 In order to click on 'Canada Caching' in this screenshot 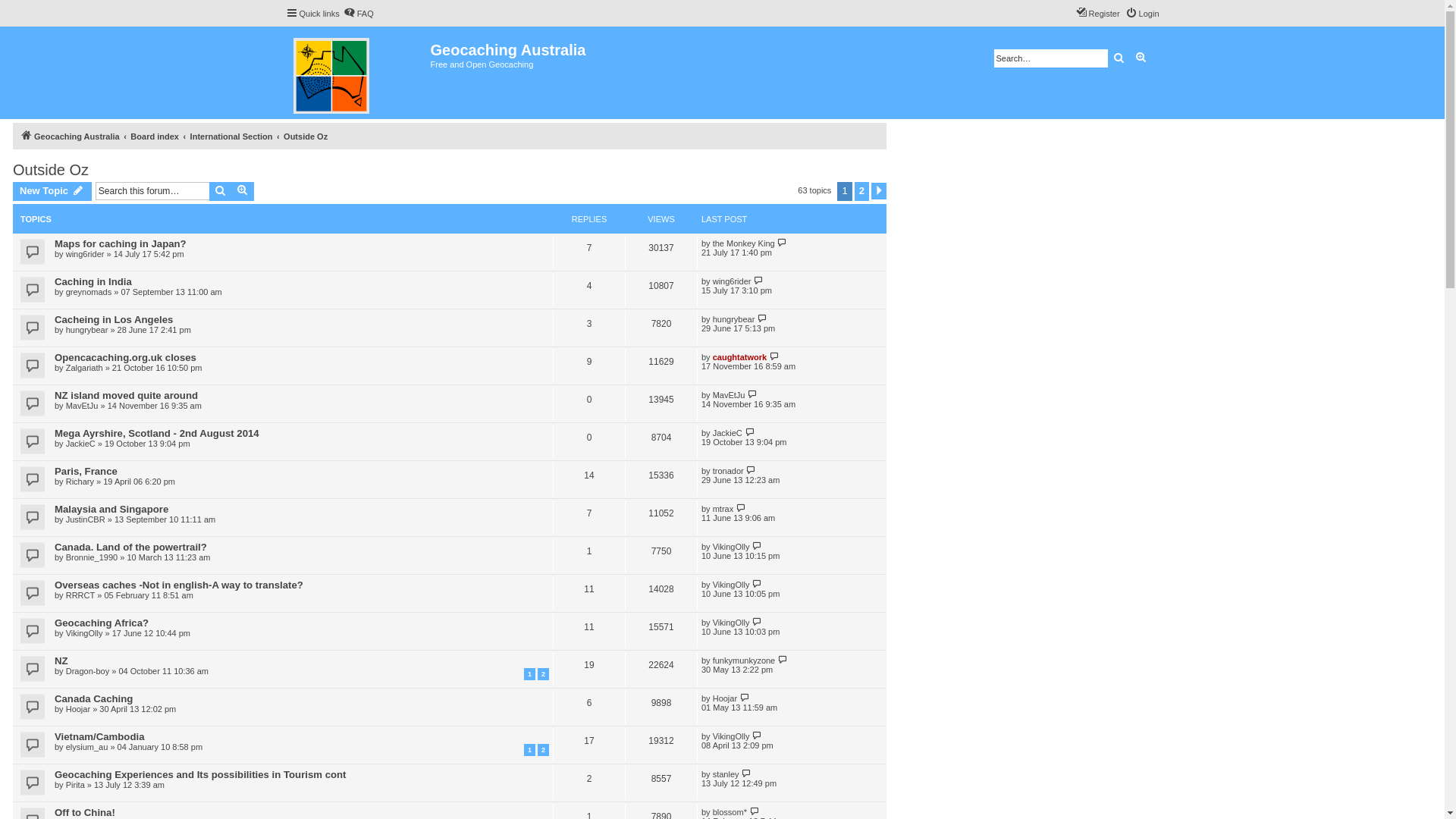, I will do `click(93, 698)`.